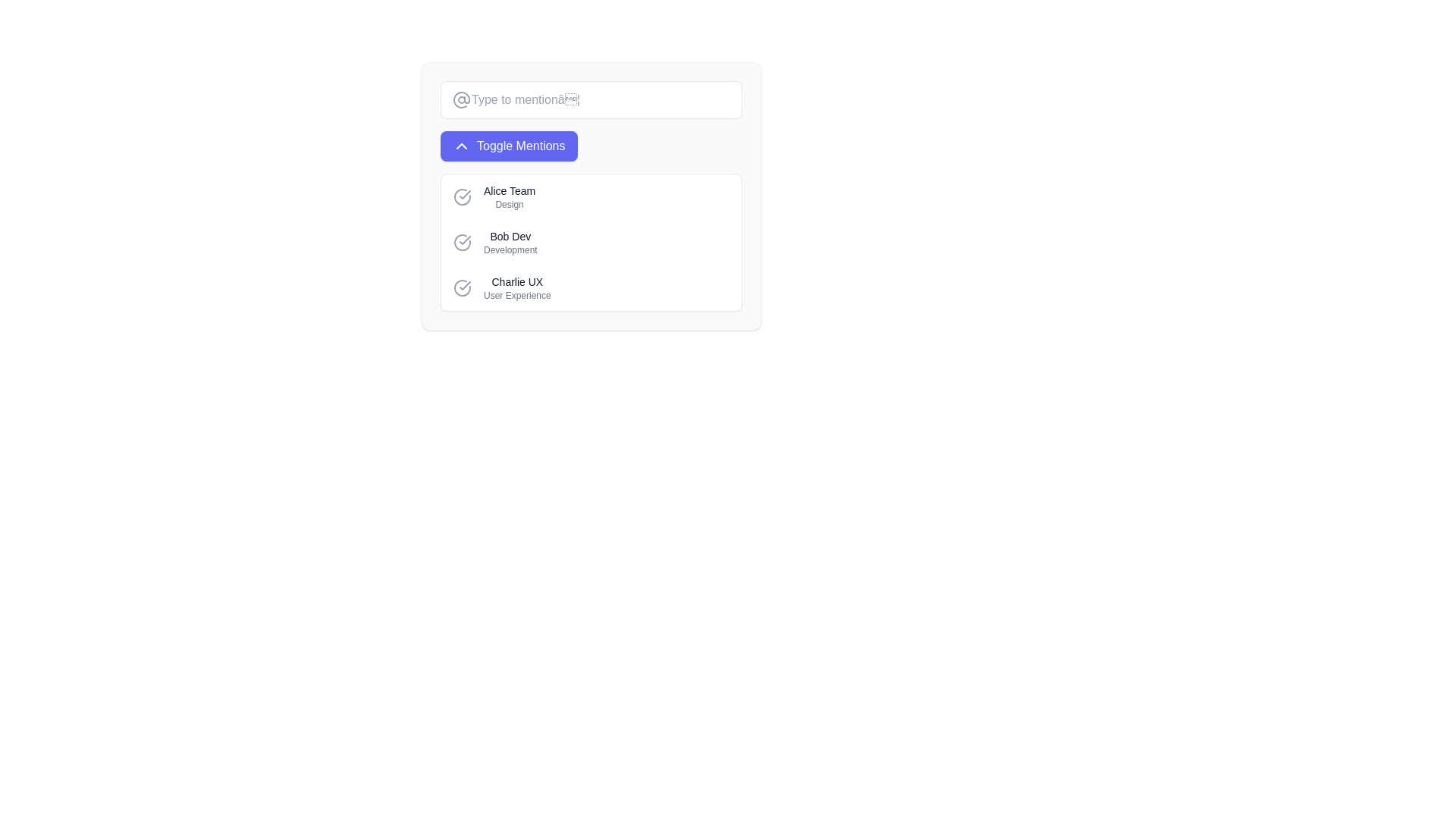  Describe the element at coordinates (510, 205) in the screenshot. I see `the static text label that provides contextual information related to 'Alice Team', located directly below 'Alice Team'` at that location.